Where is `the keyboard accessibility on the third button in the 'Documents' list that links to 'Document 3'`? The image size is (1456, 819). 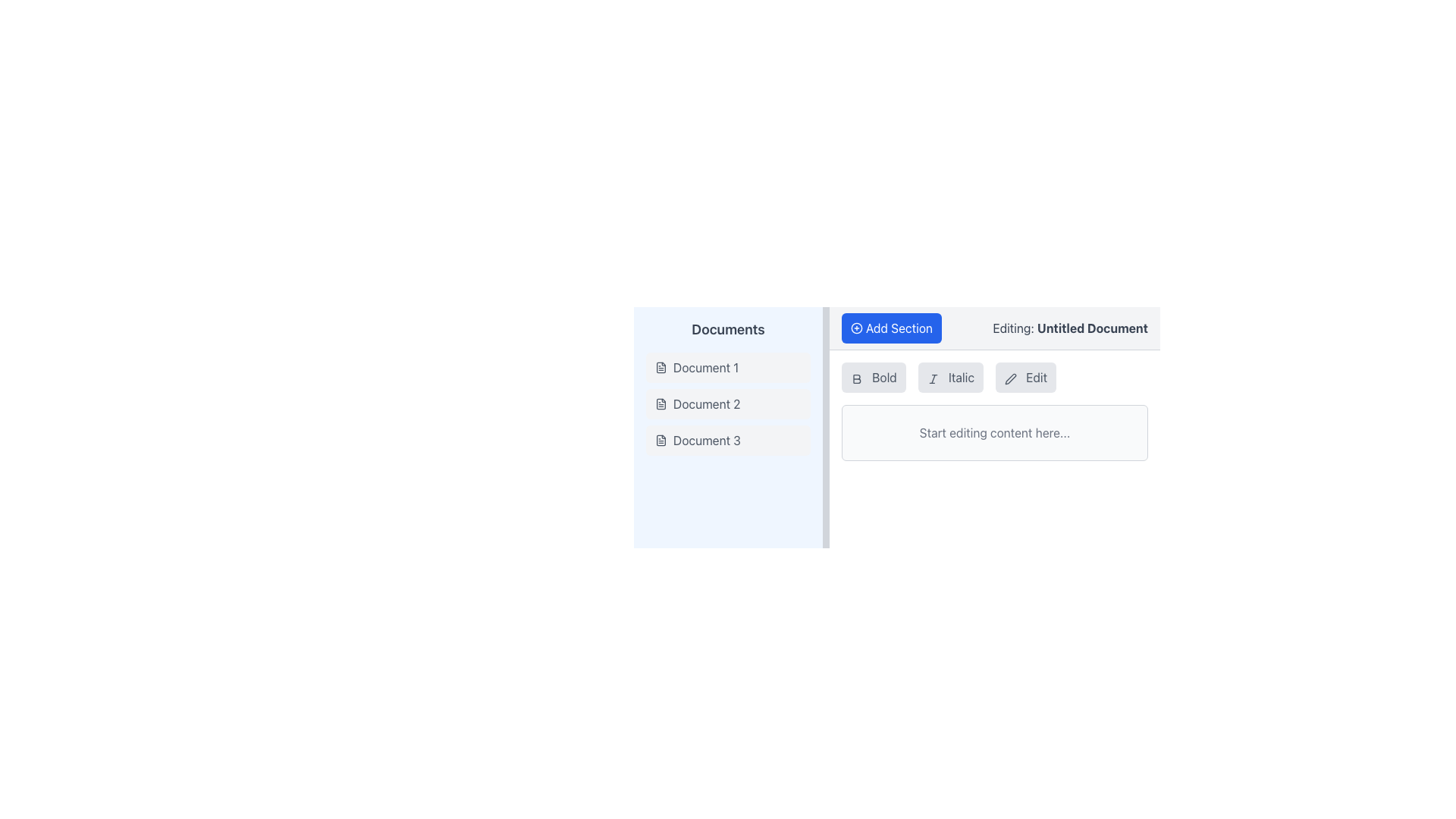 the keyboard accessibility on the third button in the 'Documents' list that links to 'Document 3' is located at coordinates (728, 441).